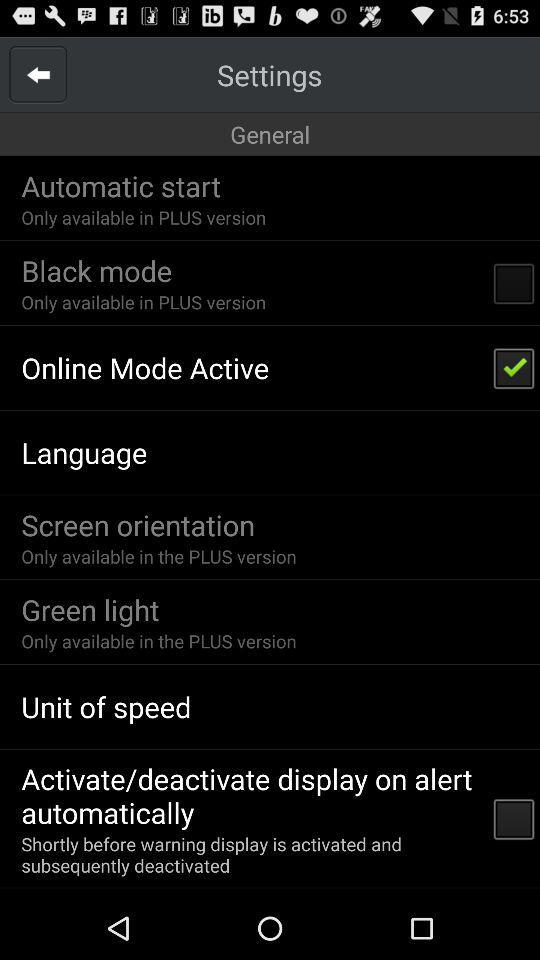 The width and height of the screenshot is (540, 960). I want to click on return to the previous screen, so click(38, 74).